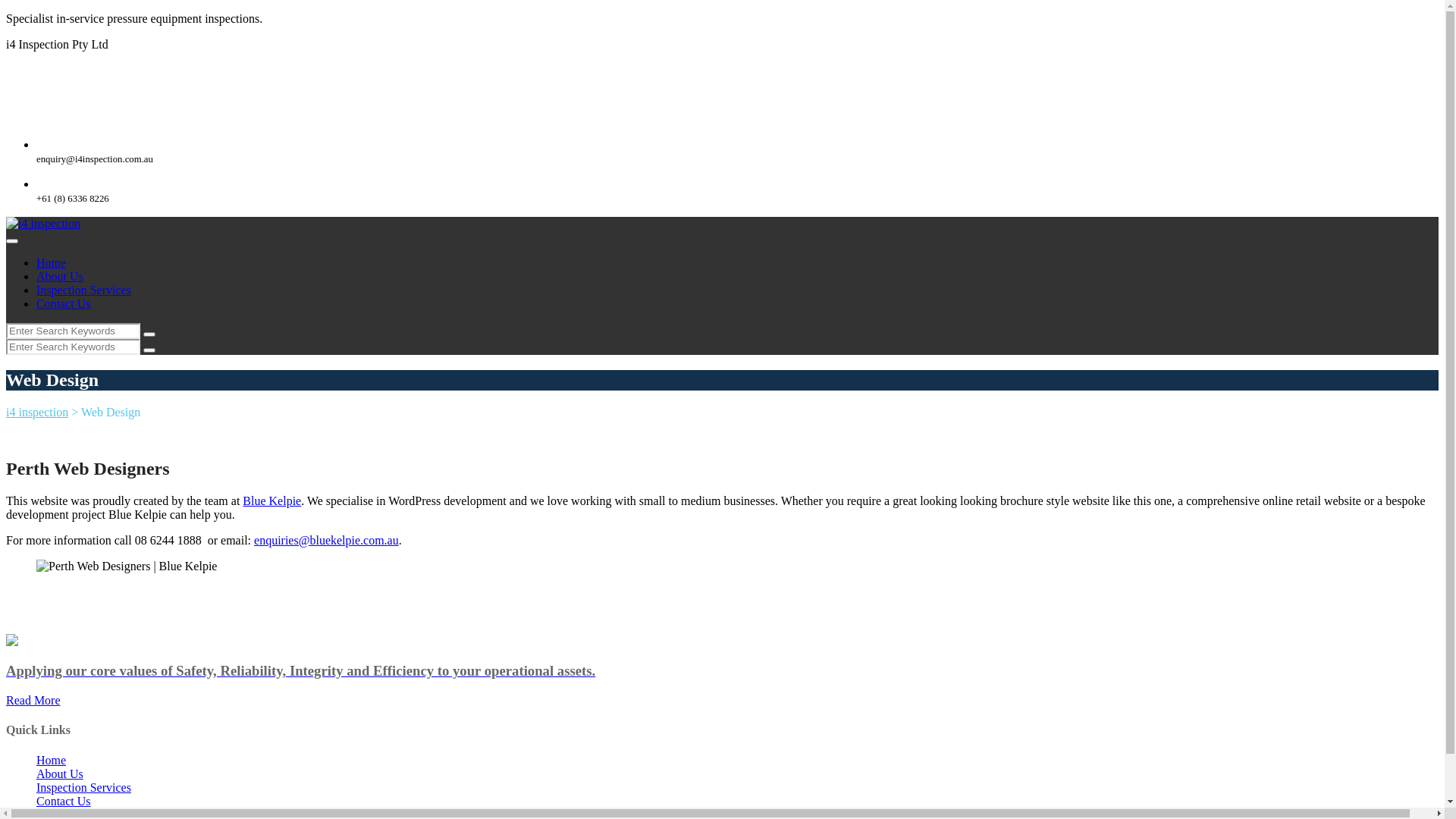  I want to click on 'i4 inspection', so click(36, 412).